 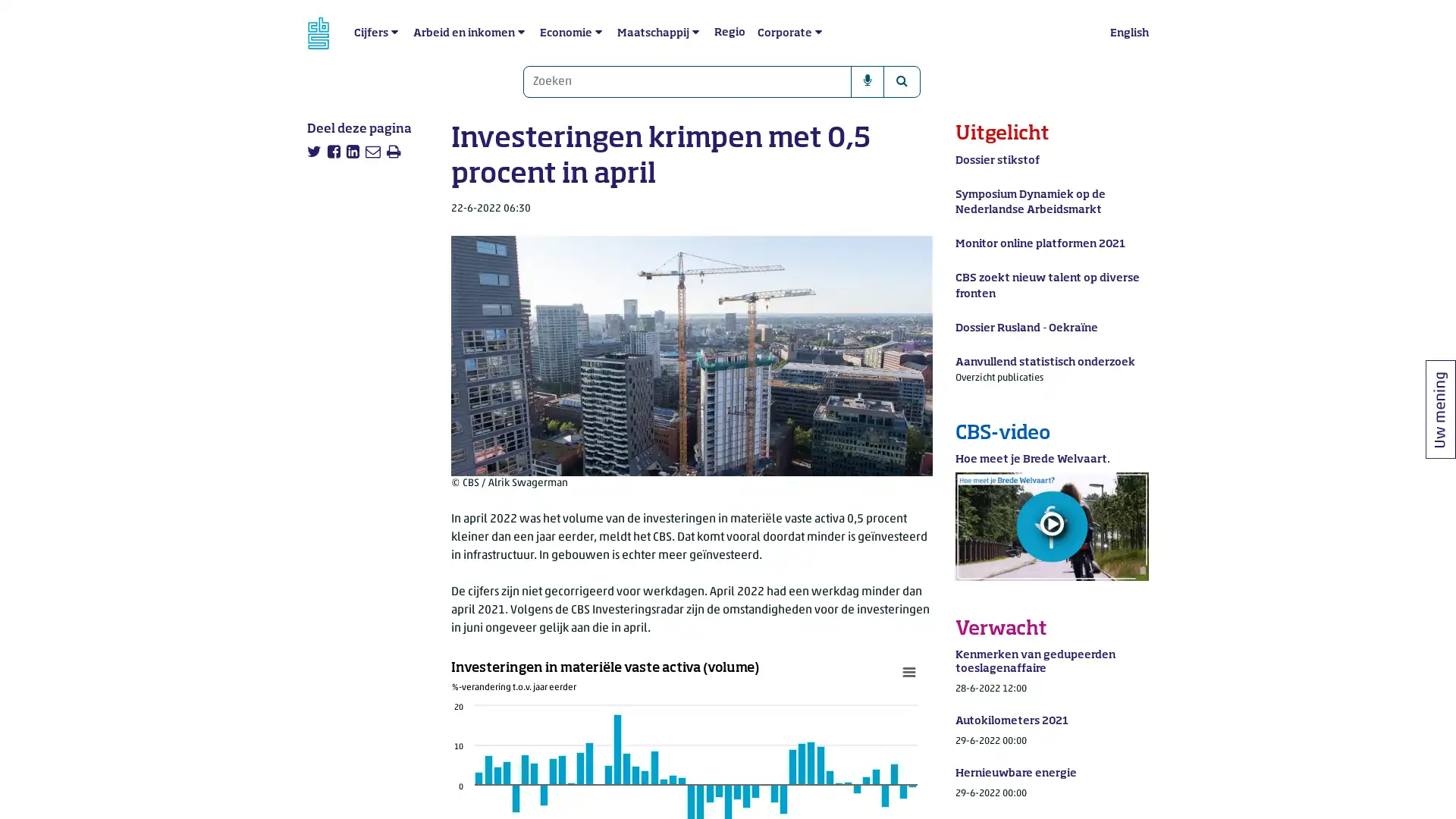 What do you see at coordinates (521, 32) in the screenshot?
I see `submenu Arbeid en inkomen` at bounding box center [521, 32].